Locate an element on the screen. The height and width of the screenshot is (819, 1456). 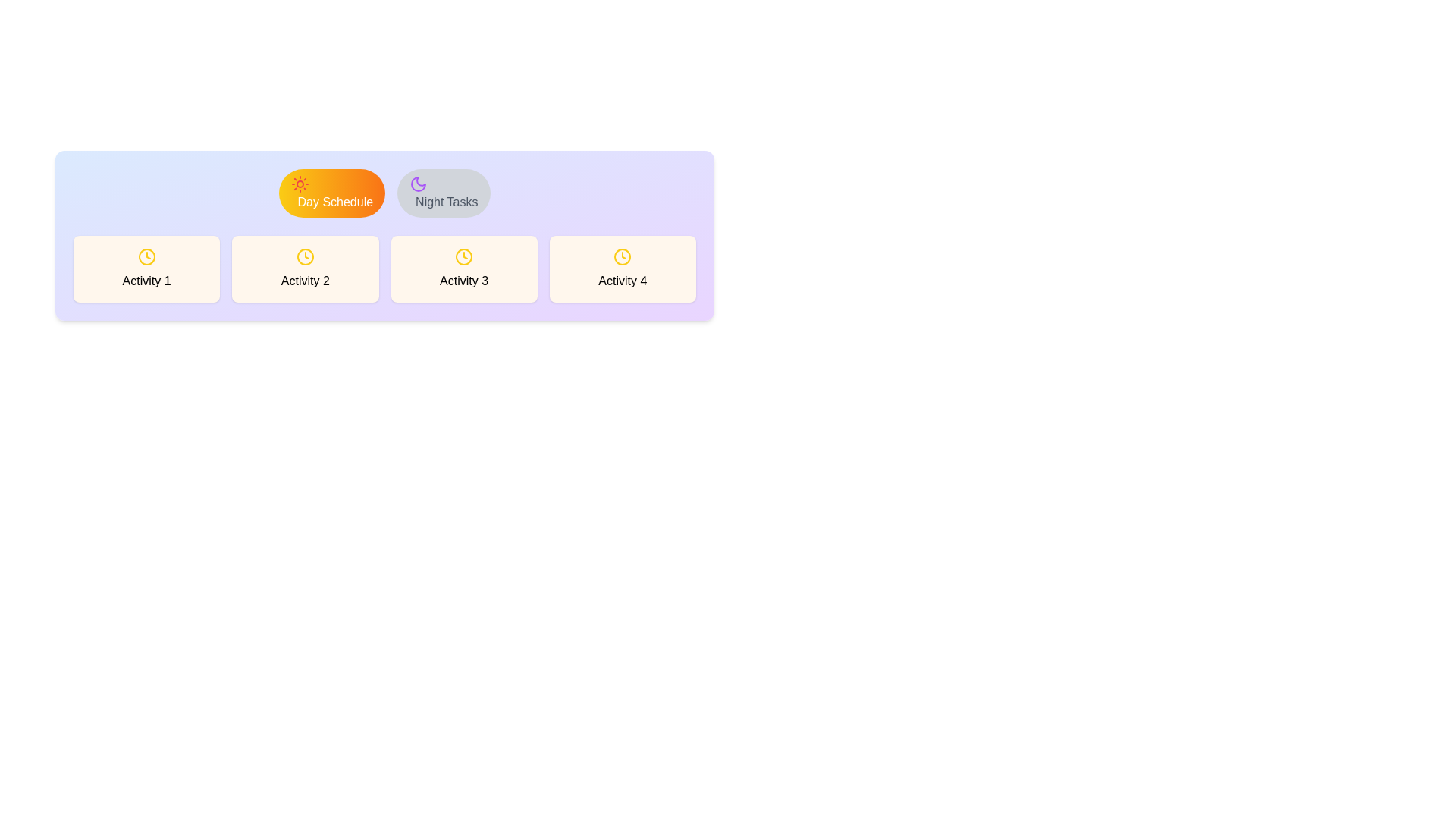
the text Activity 4 within the content is located at coordinates (623, 268).